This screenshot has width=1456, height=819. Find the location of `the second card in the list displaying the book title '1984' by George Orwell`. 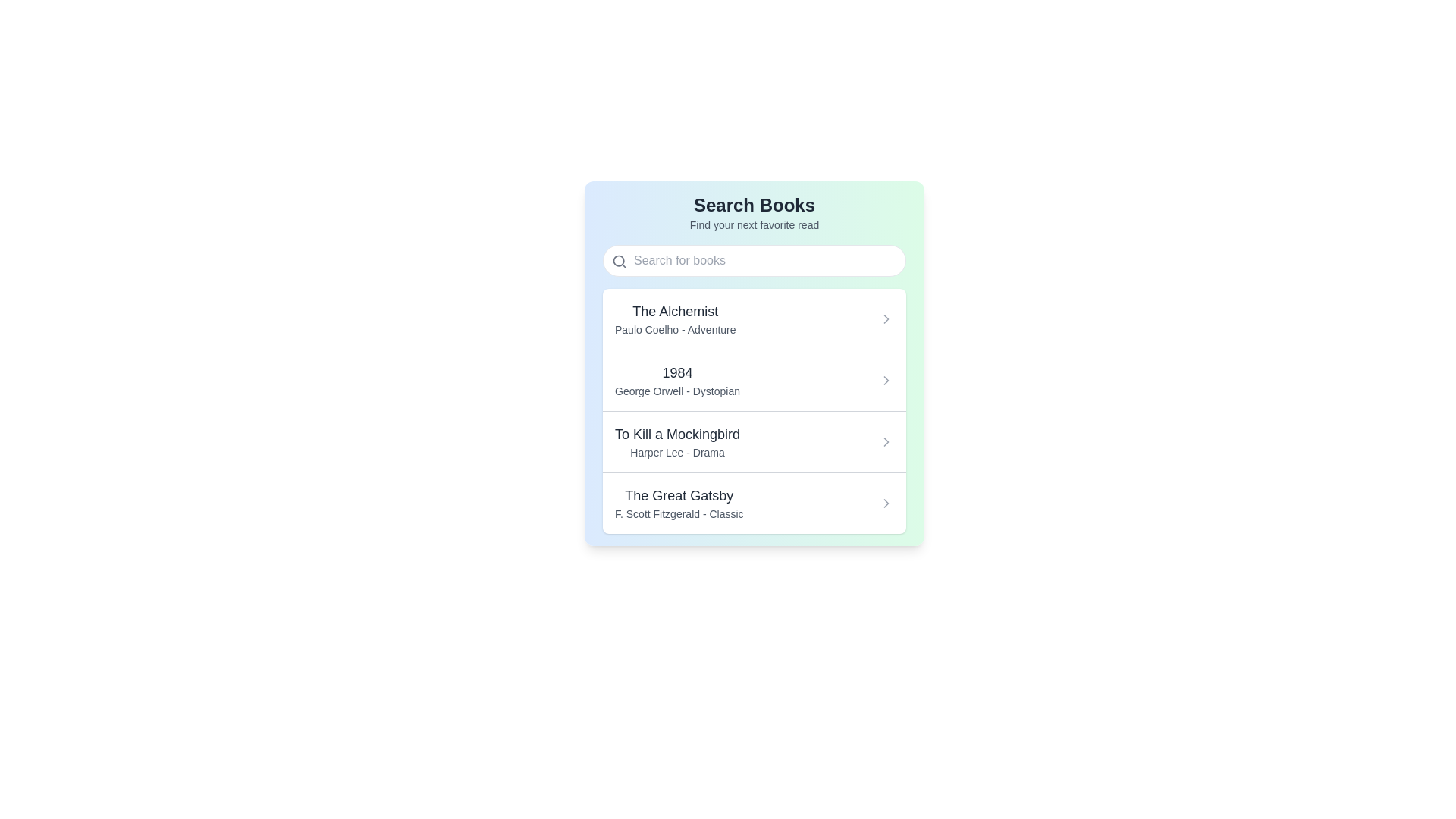

the second card in the list displaying the book title '1984' by George Orwell is located at coordinates (754, 363).